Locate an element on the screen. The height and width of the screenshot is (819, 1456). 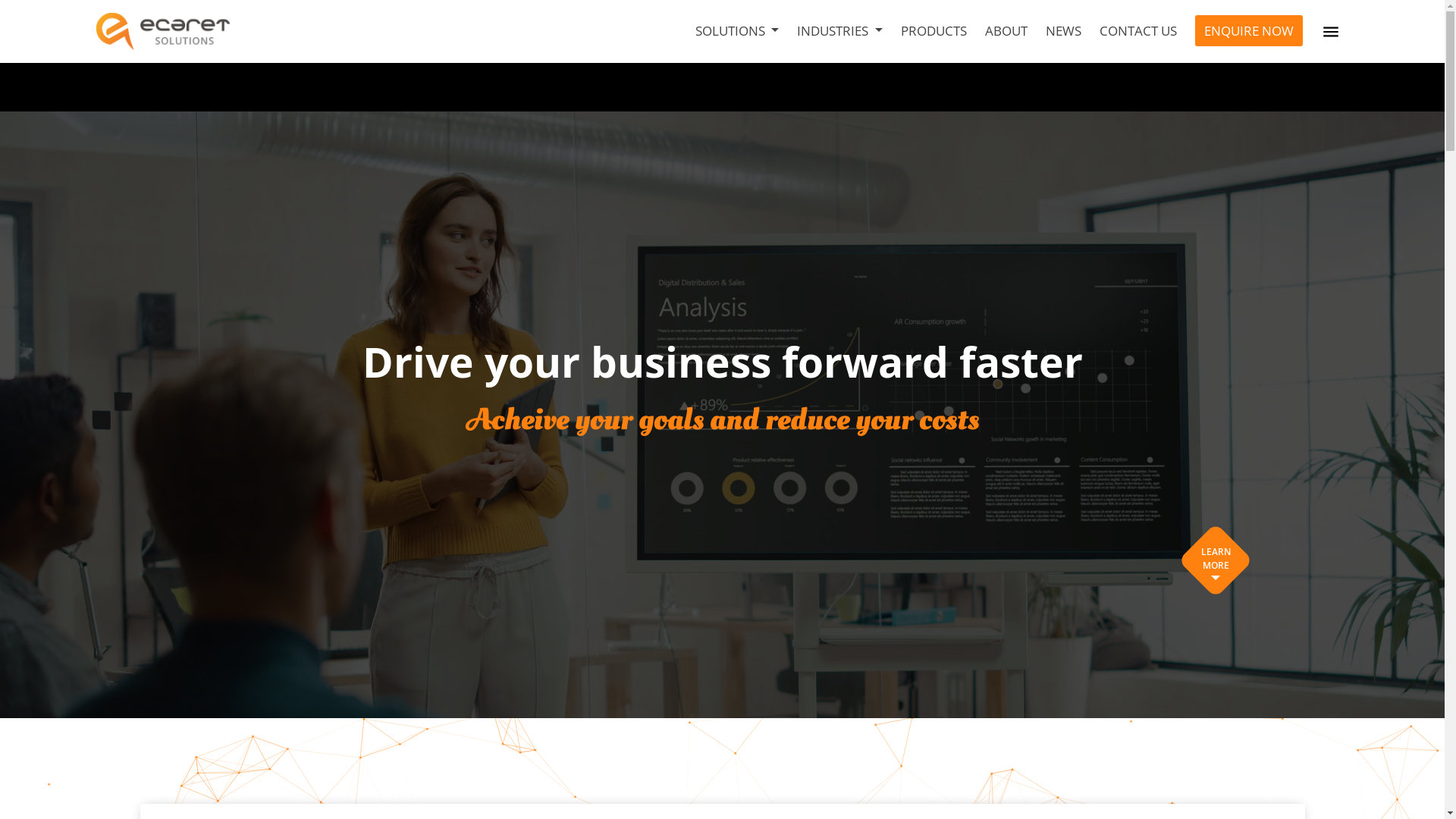
'ENQUIRE NOW' is located at coordinates (1248, 31).